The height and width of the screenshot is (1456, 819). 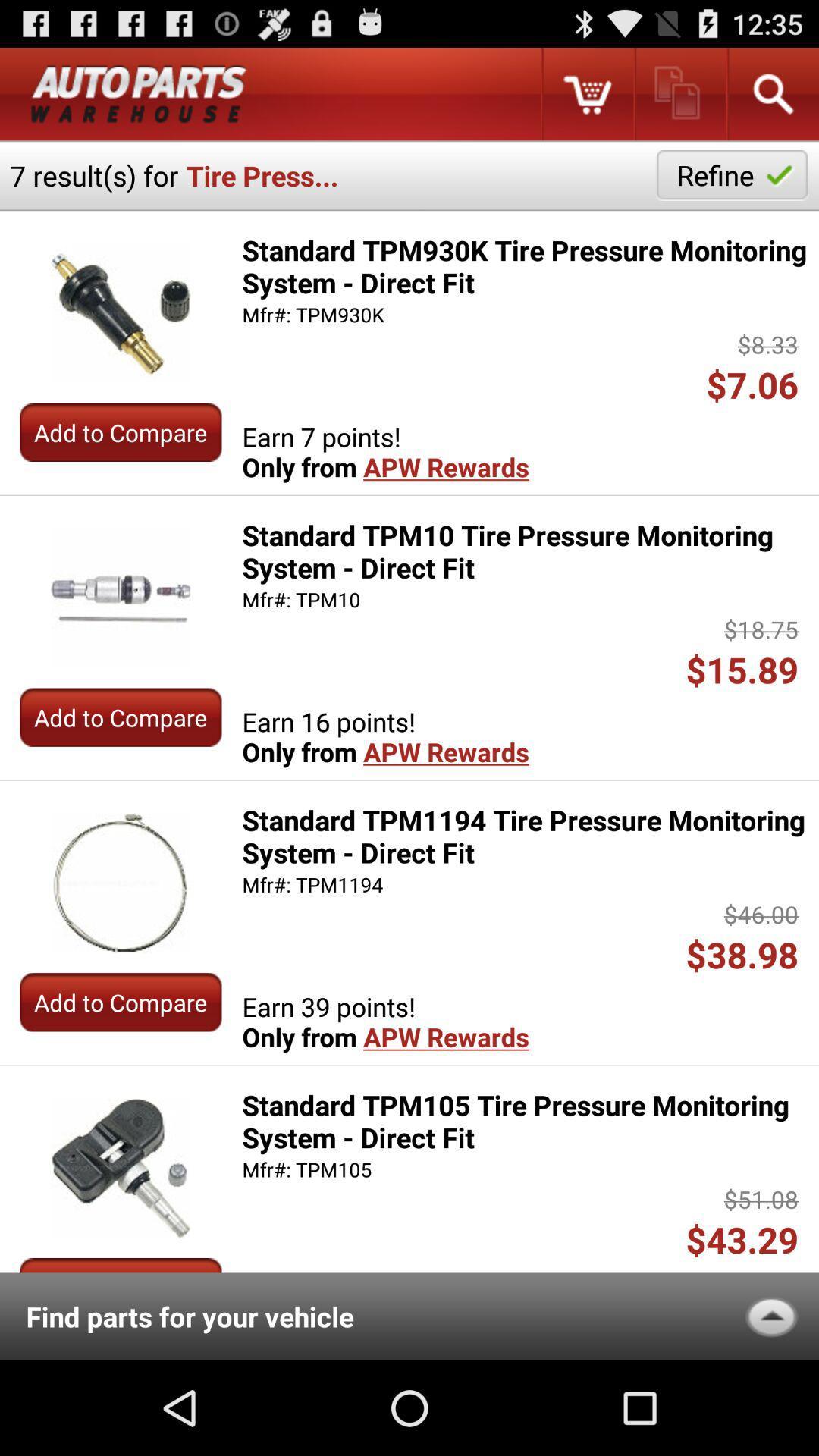 What do you see at coordinates (772, 99) in the screenshot?
I see `the search icon` at bounding box center [772, 99].